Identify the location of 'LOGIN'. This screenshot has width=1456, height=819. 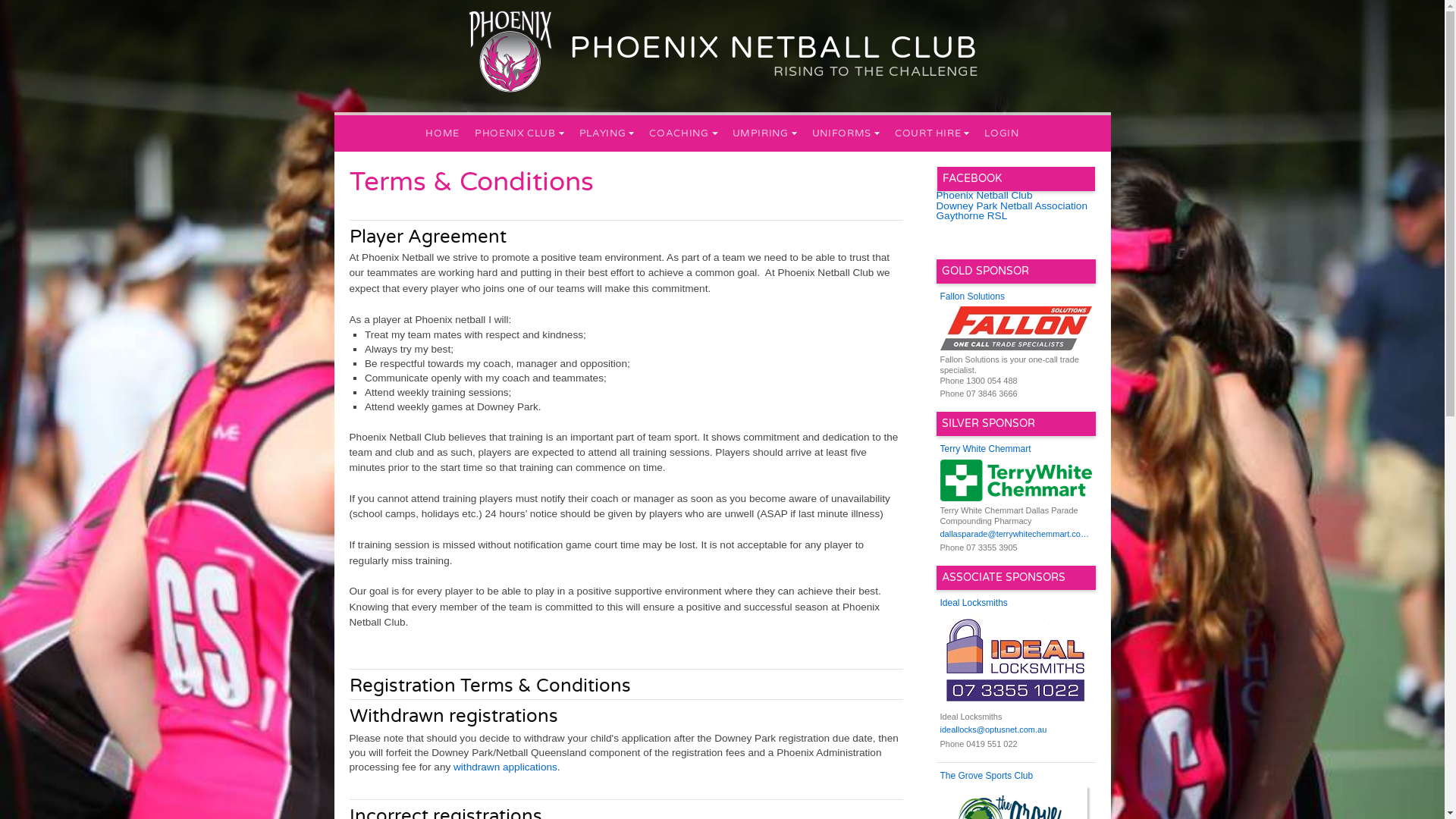
(976, 133).